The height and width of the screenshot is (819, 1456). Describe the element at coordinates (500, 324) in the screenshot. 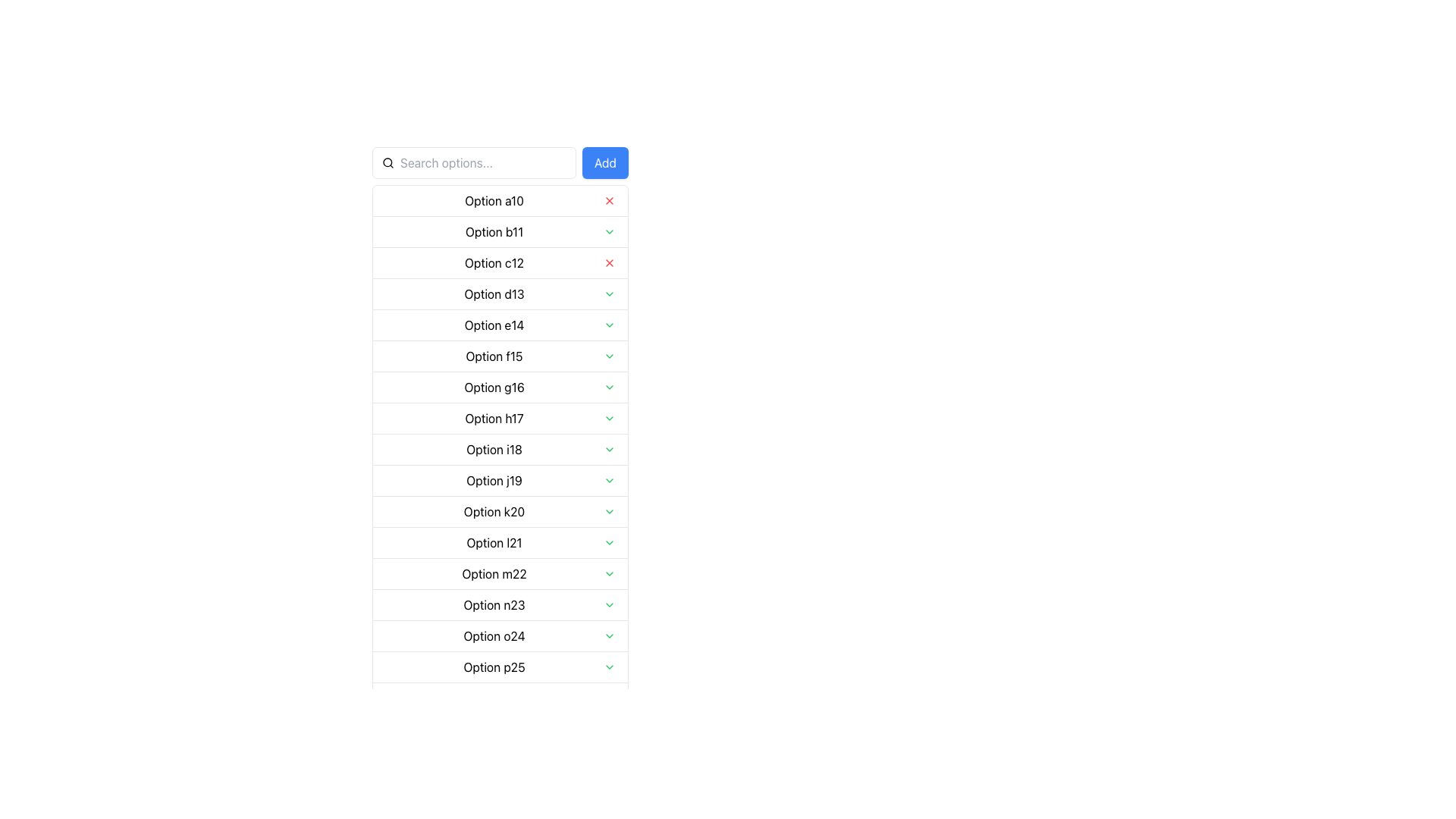

I see `the fifth entry in the selectable list, which is a List Item between 'Option d13' and 'Option f15'` at that location.